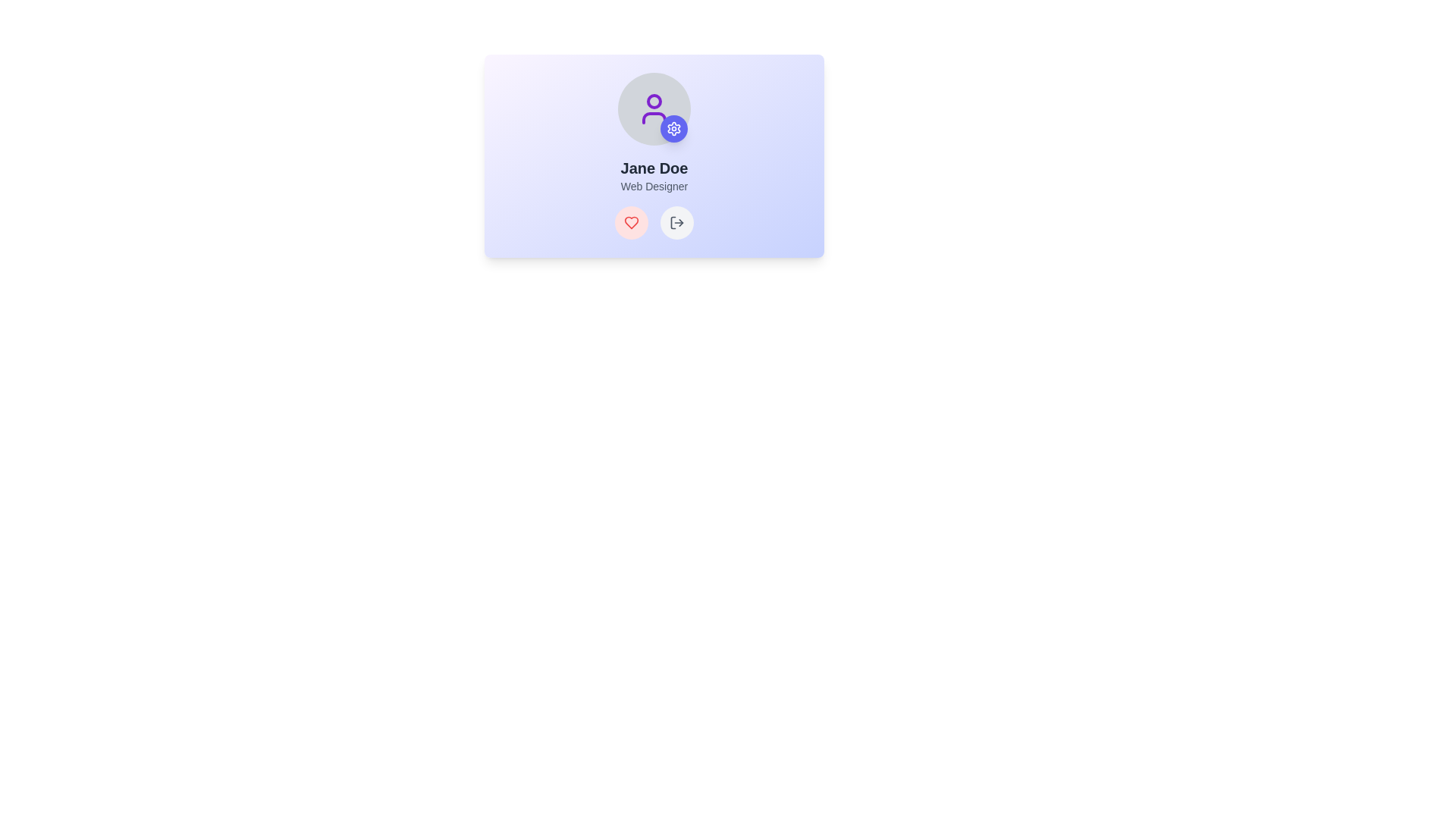 This screenshot has width=1456, height=819. Describe the element at coordinates (632, 222) in the screenshot. I see `the heart-shaped icon located beneath Jane Doe's profile image, which serves as a 'like' or 'favorite' action` at that location.